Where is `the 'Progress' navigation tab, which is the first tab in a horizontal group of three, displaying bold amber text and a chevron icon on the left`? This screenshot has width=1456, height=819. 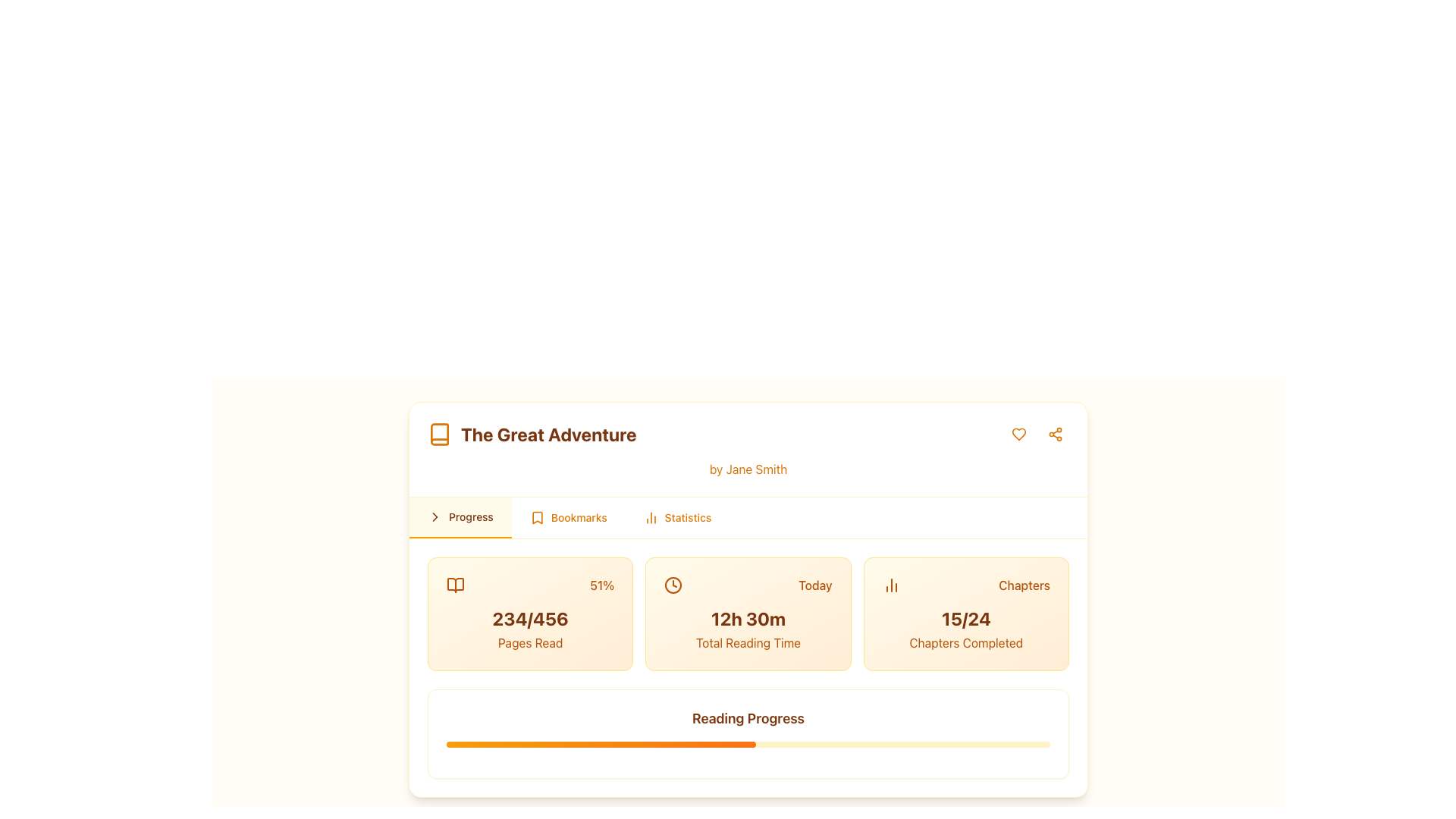
the 'Progress' navigation tab, which is the first tab in a horizontal group of three, displaying bold amber text and a chevron icon on the left is located at coordinates (460, 516).